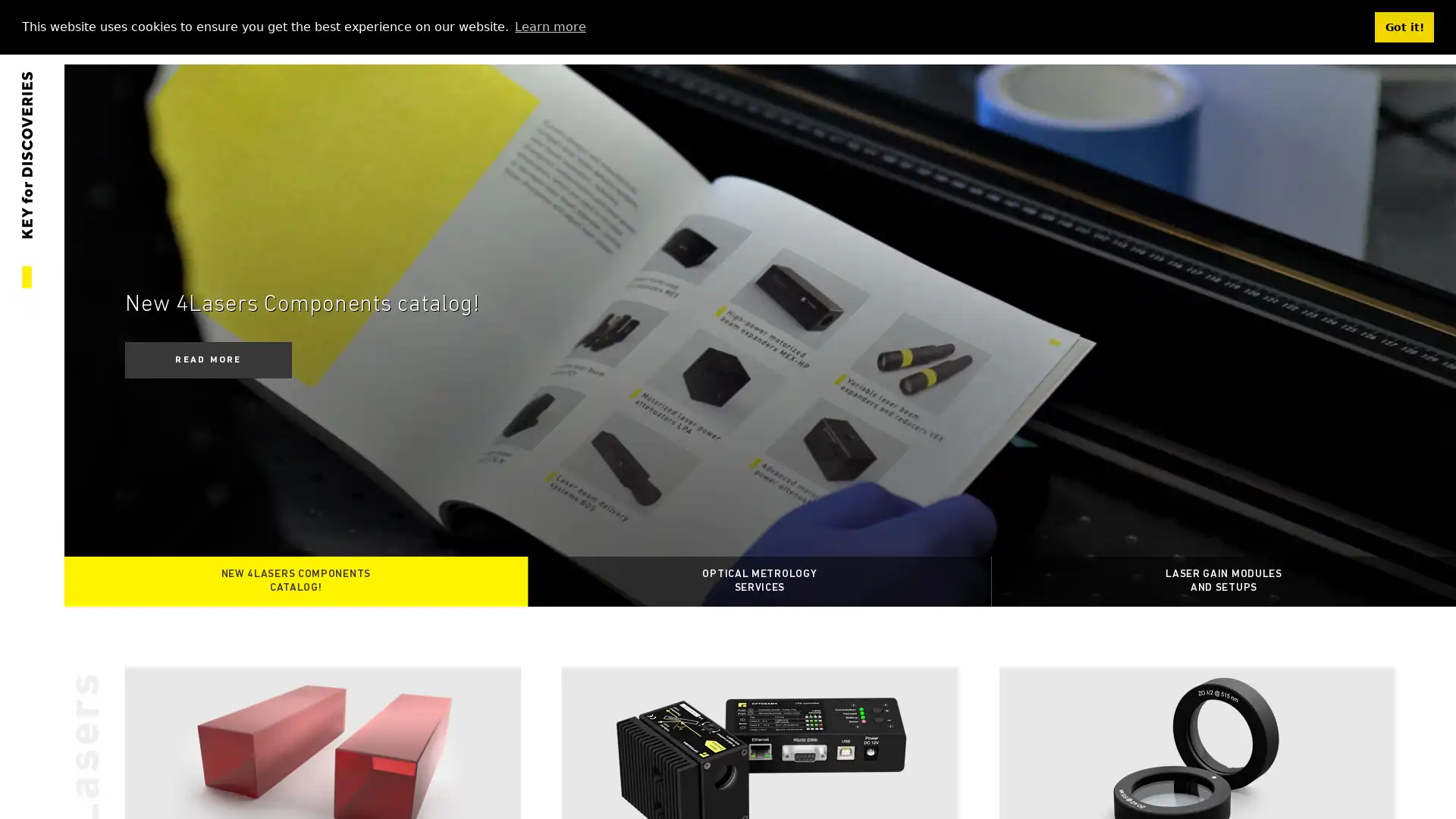 This screenshot has width=1456, height=819. I want to click on learn more about cookies, so click(549, 26).